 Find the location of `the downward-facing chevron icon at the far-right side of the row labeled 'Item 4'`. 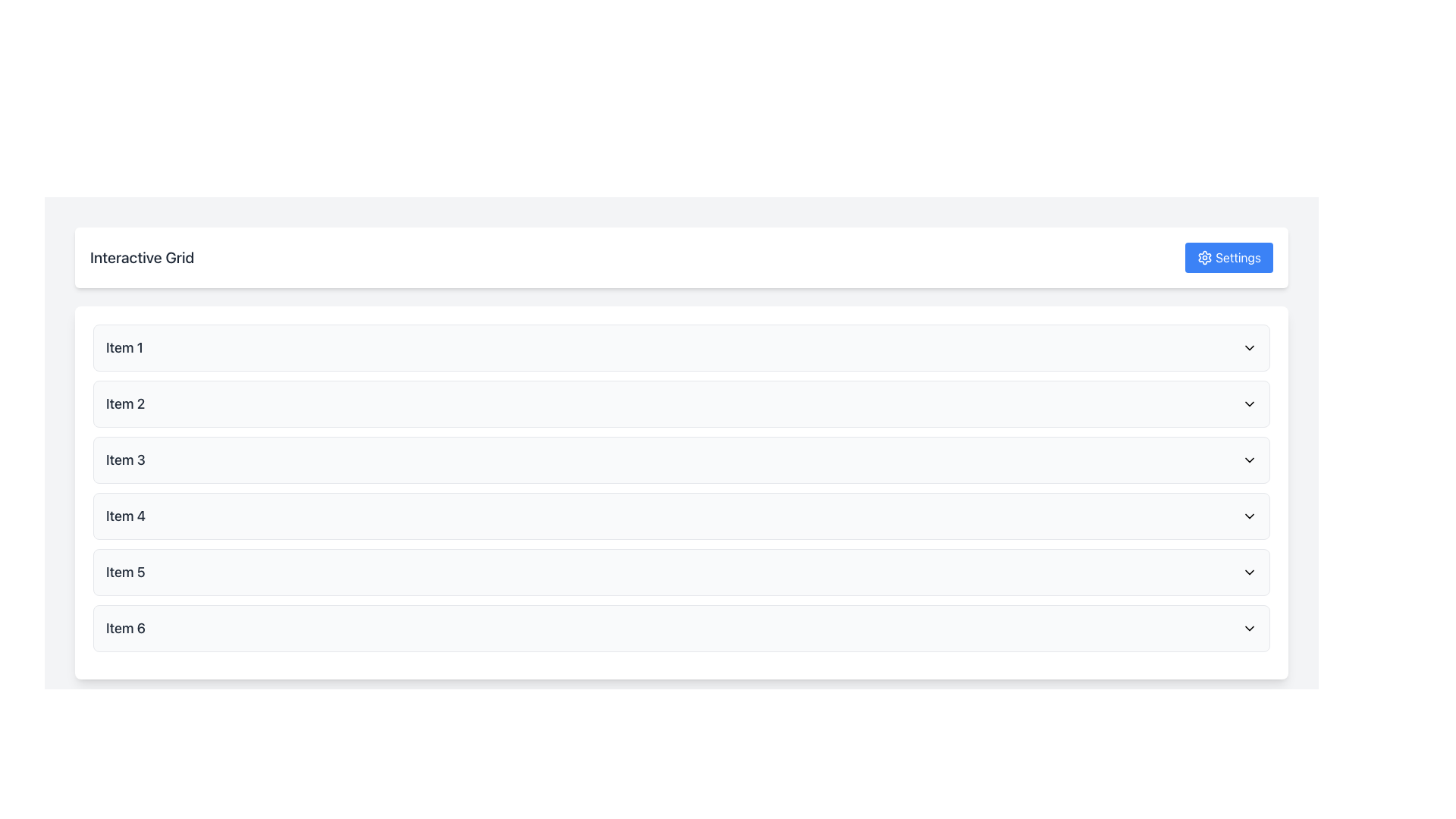

the downward-facing chevron icon at the far-right side of the row labeled 'Item 4' is located at coordinates (1249, 516).